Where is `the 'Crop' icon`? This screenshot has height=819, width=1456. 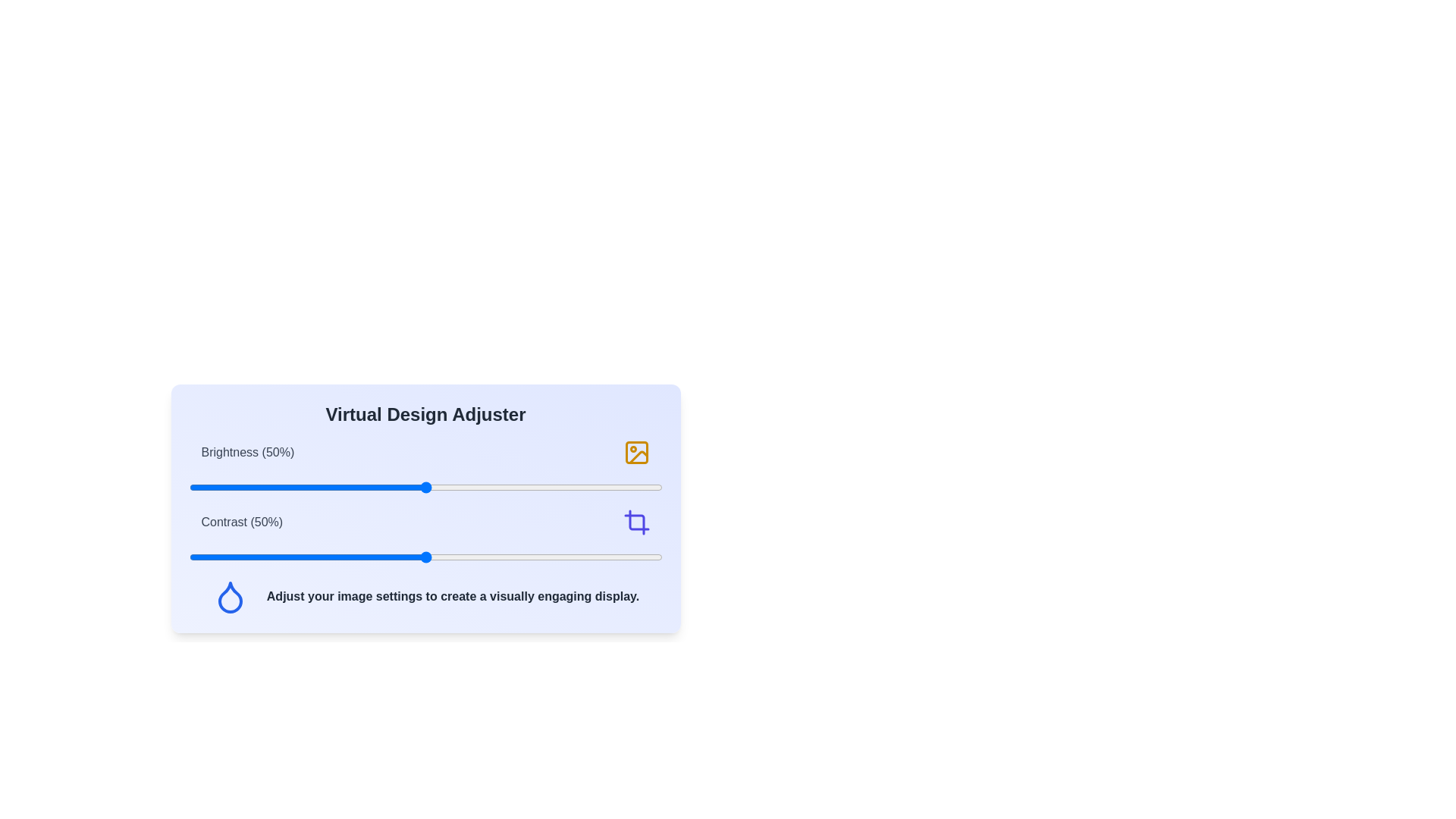 the 'Crop' icon is located at coordinates (636, 522).